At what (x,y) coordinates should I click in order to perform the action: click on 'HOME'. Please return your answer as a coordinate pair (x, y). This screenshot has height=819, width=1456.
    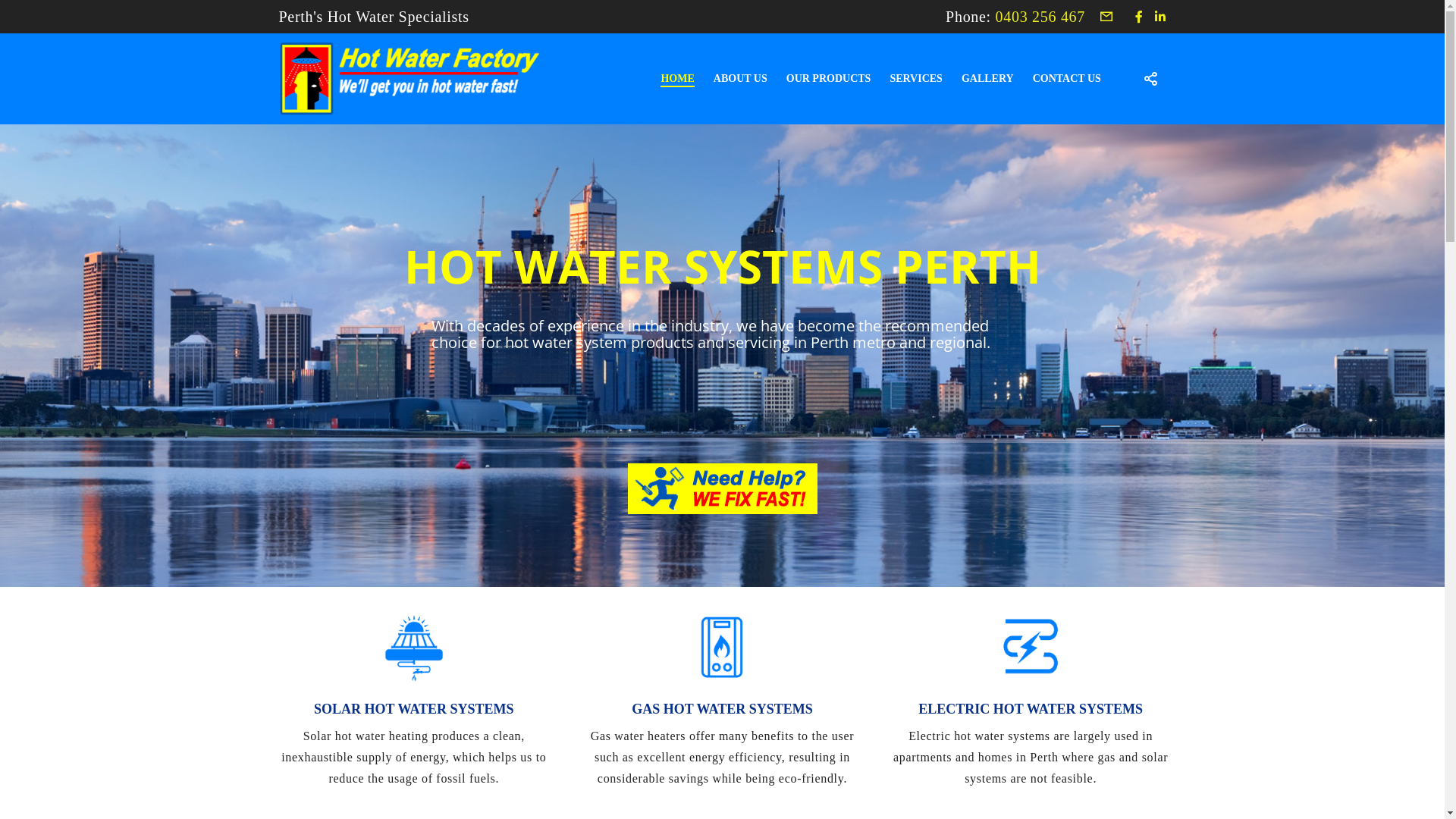
    Looking at the image, I should click on (667, 79).